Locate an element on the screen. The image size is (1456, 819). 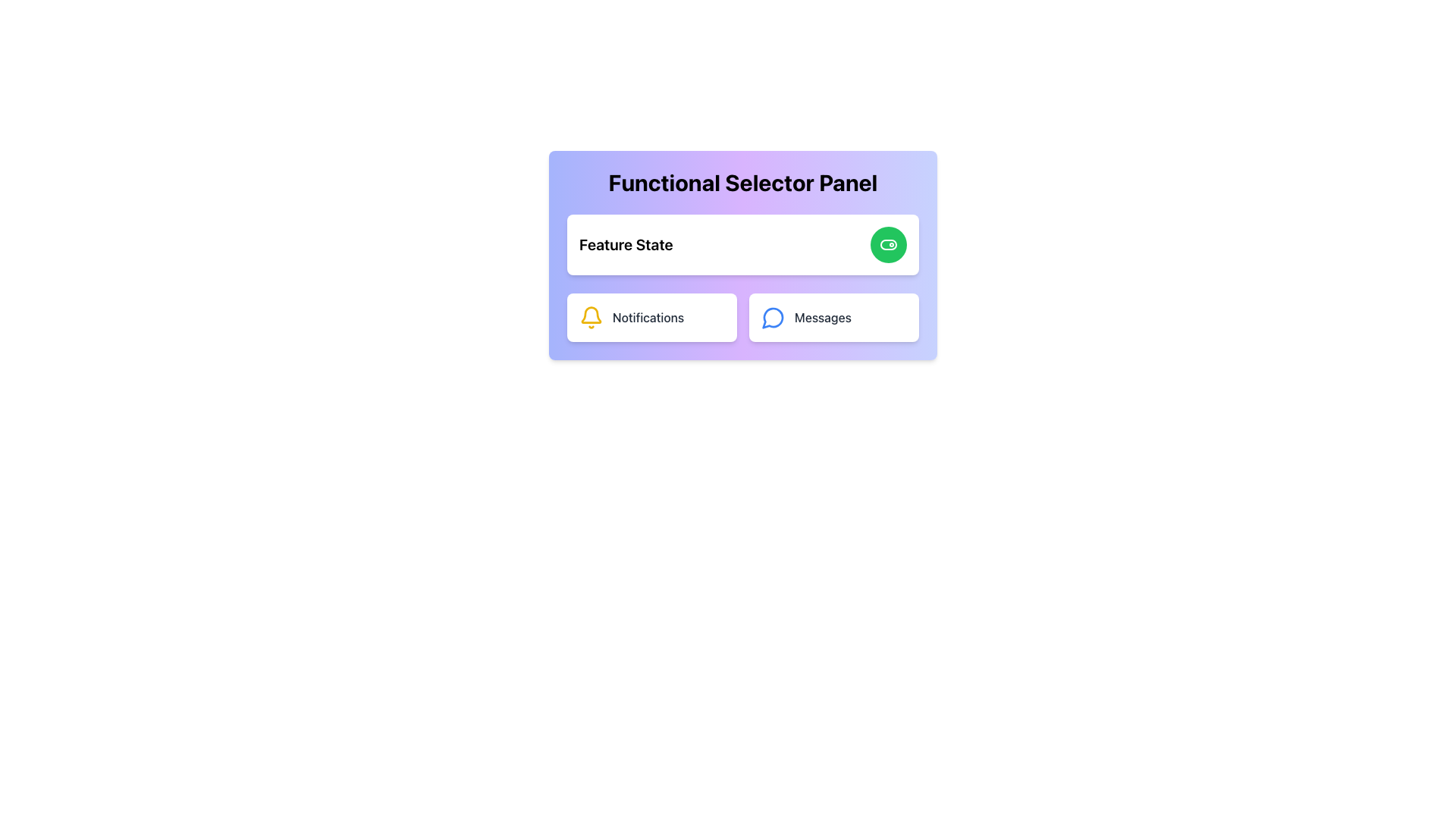
the 'Functional Selector Panel' is located at coordinates (742, 254).